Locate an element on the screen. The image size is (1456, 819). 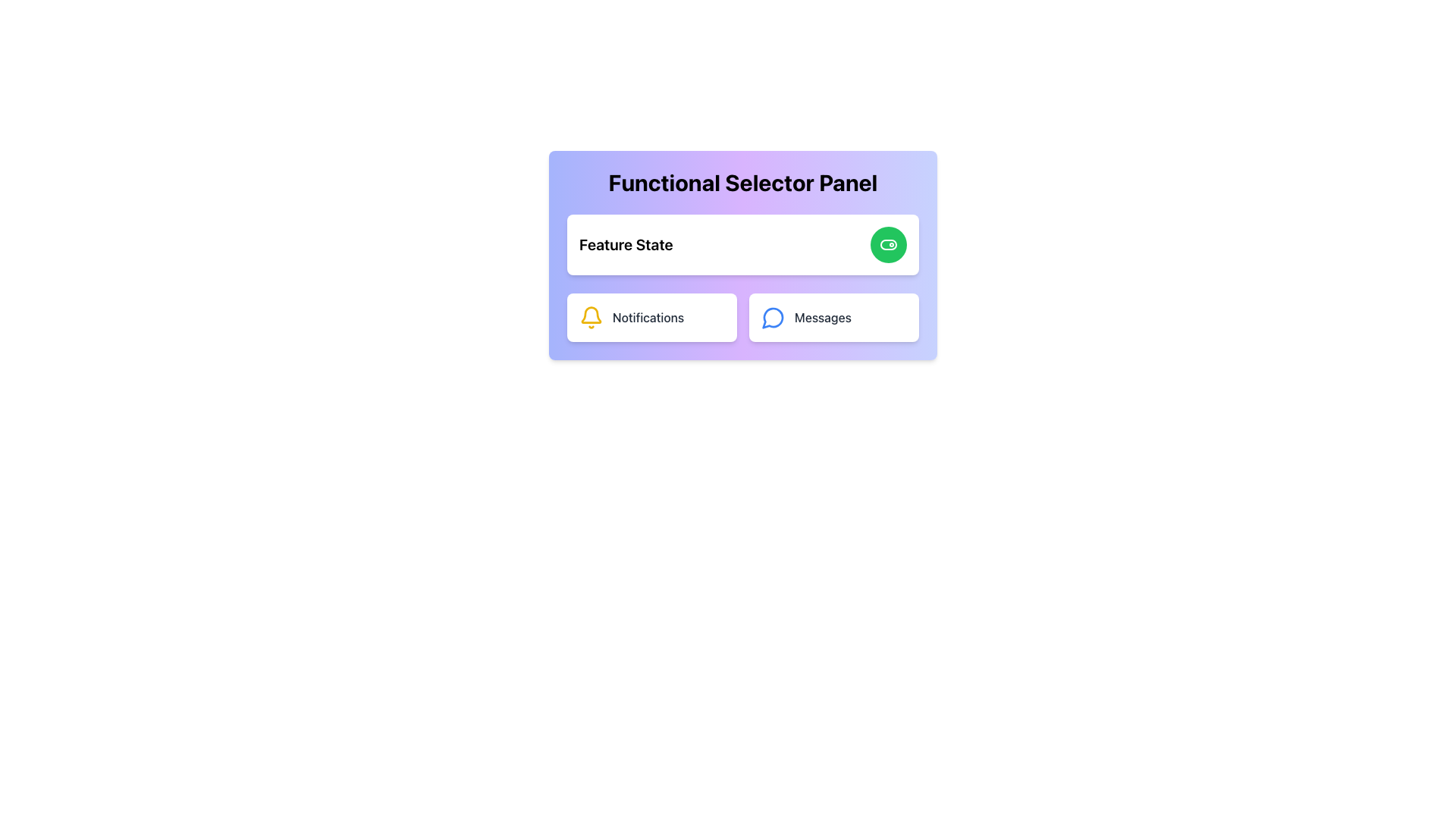
the 'Functional Selector Panel' is located at coordinates (742, 254).